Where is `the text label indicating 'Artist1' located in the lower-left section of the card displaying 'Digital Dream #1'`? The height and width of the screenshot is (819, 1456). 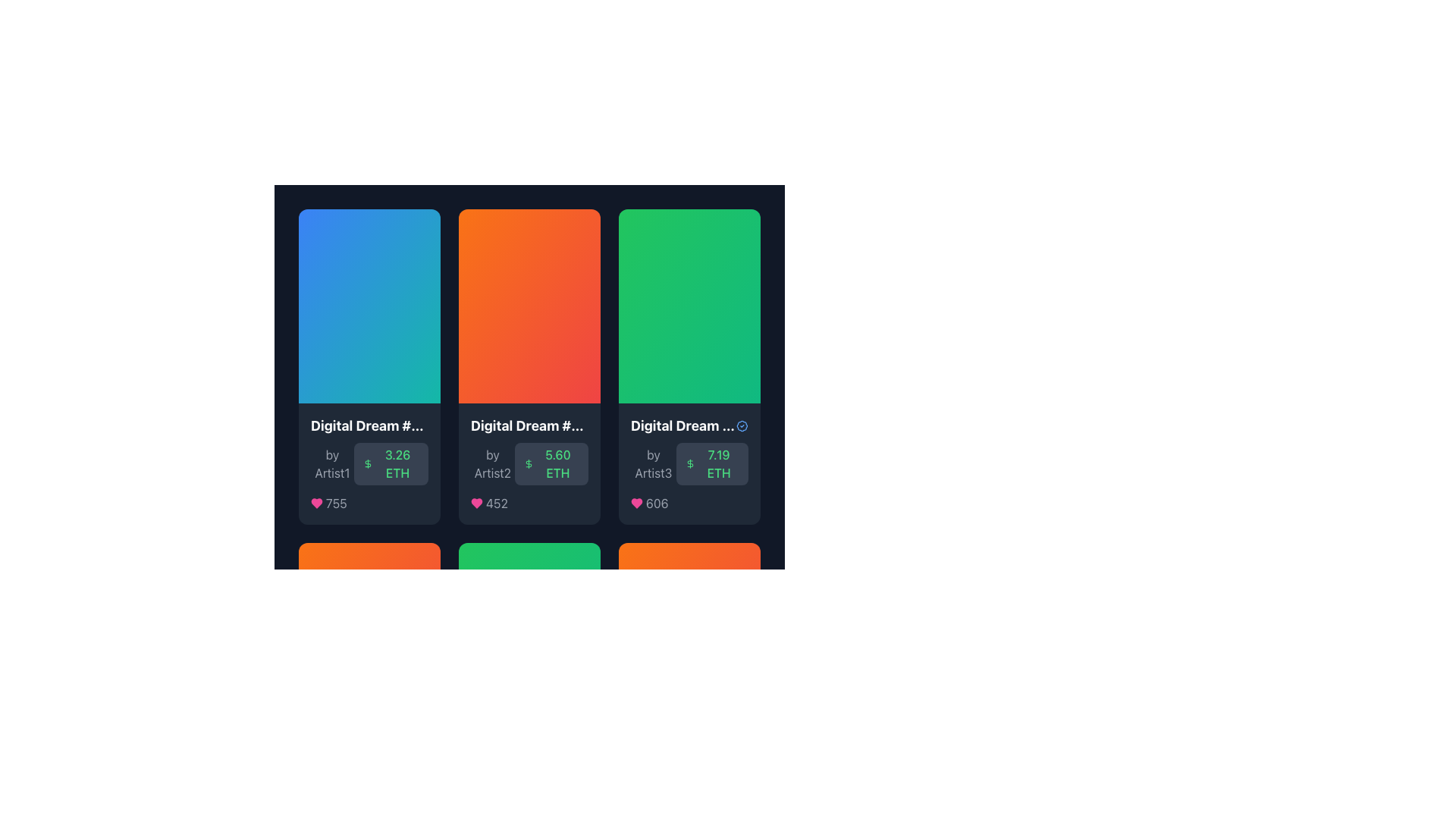
the text label indicating 'Artist1' located in the lower-left section of the card displaying 'Digital Dream #1' is located at coordinates (331, 463).